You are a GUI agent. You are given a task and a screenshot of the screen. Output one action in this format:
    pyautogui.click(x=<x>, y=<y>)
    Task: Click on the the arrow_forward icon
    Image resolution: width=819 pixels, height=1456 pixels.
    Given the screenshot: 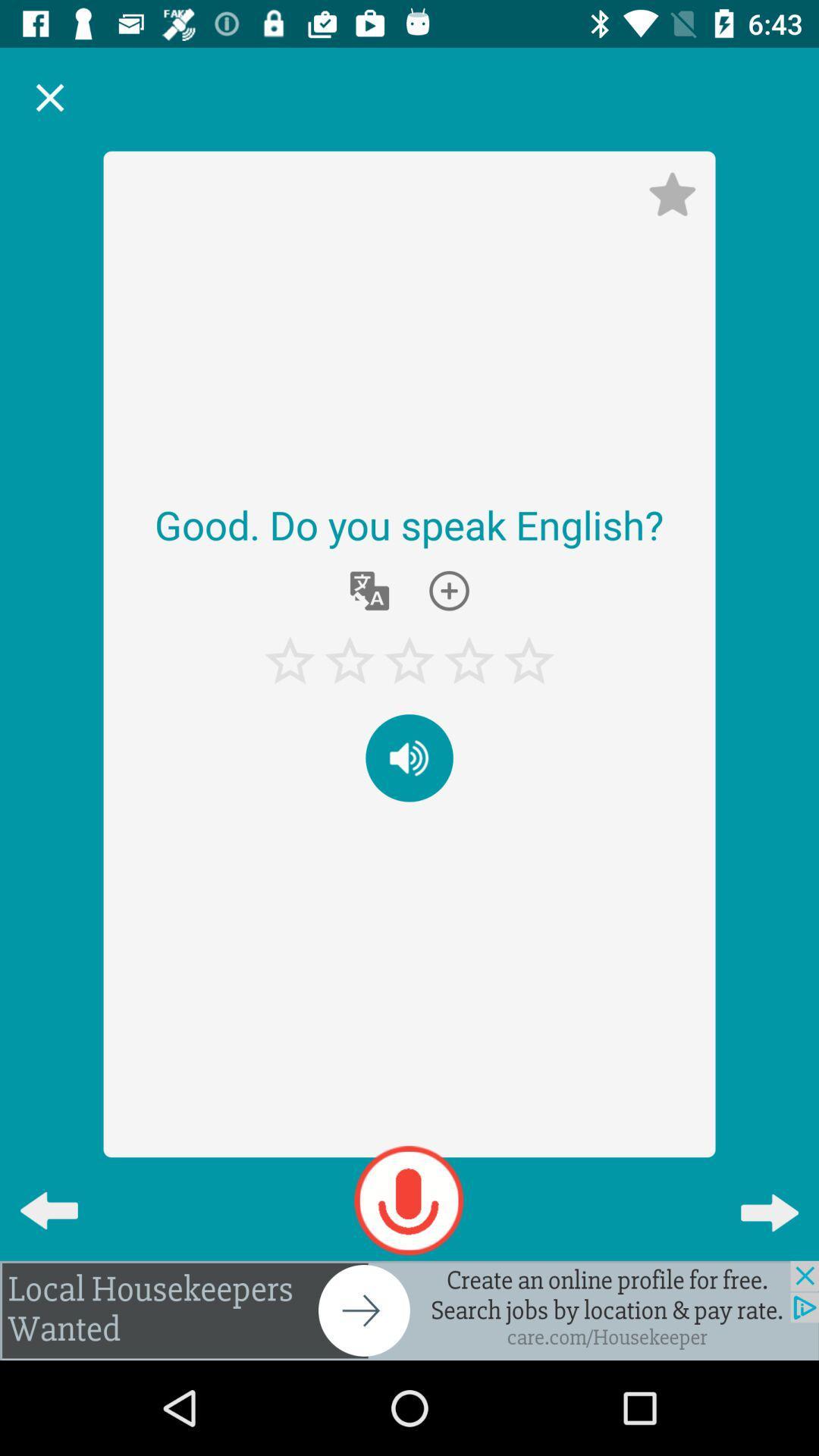 What is the action you would take?
    pyautogui.click(x=757, y=1197)
    